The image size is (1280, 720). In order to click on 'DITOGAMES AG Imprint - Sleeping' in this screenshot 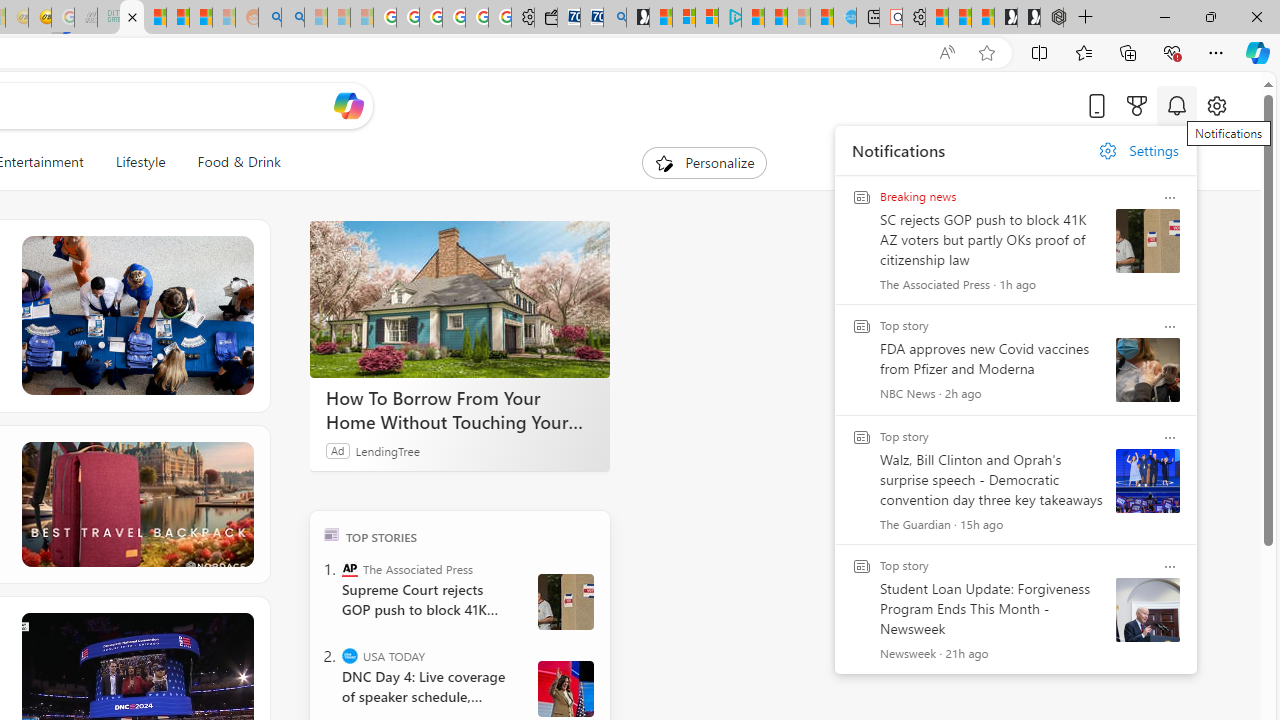, I will do `click(108, 17)`.